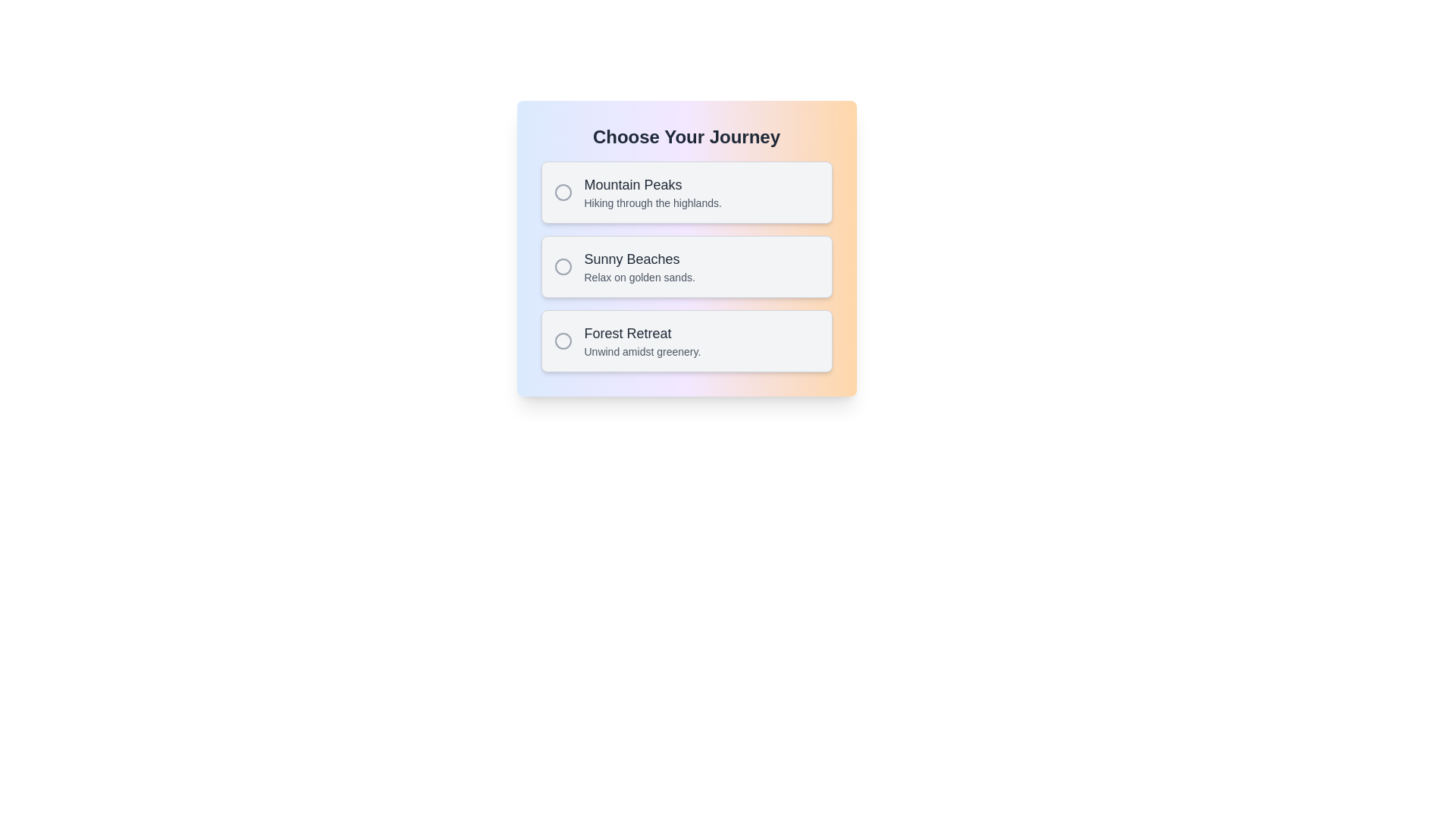  What do you see at coordinates (653, 184) in the screenshot?
I see `the 'Mountain Peaks' text label, which is styled in dark gray and is located in the first card under 'Choose Your Journey'` at bounding box center [653, 184].